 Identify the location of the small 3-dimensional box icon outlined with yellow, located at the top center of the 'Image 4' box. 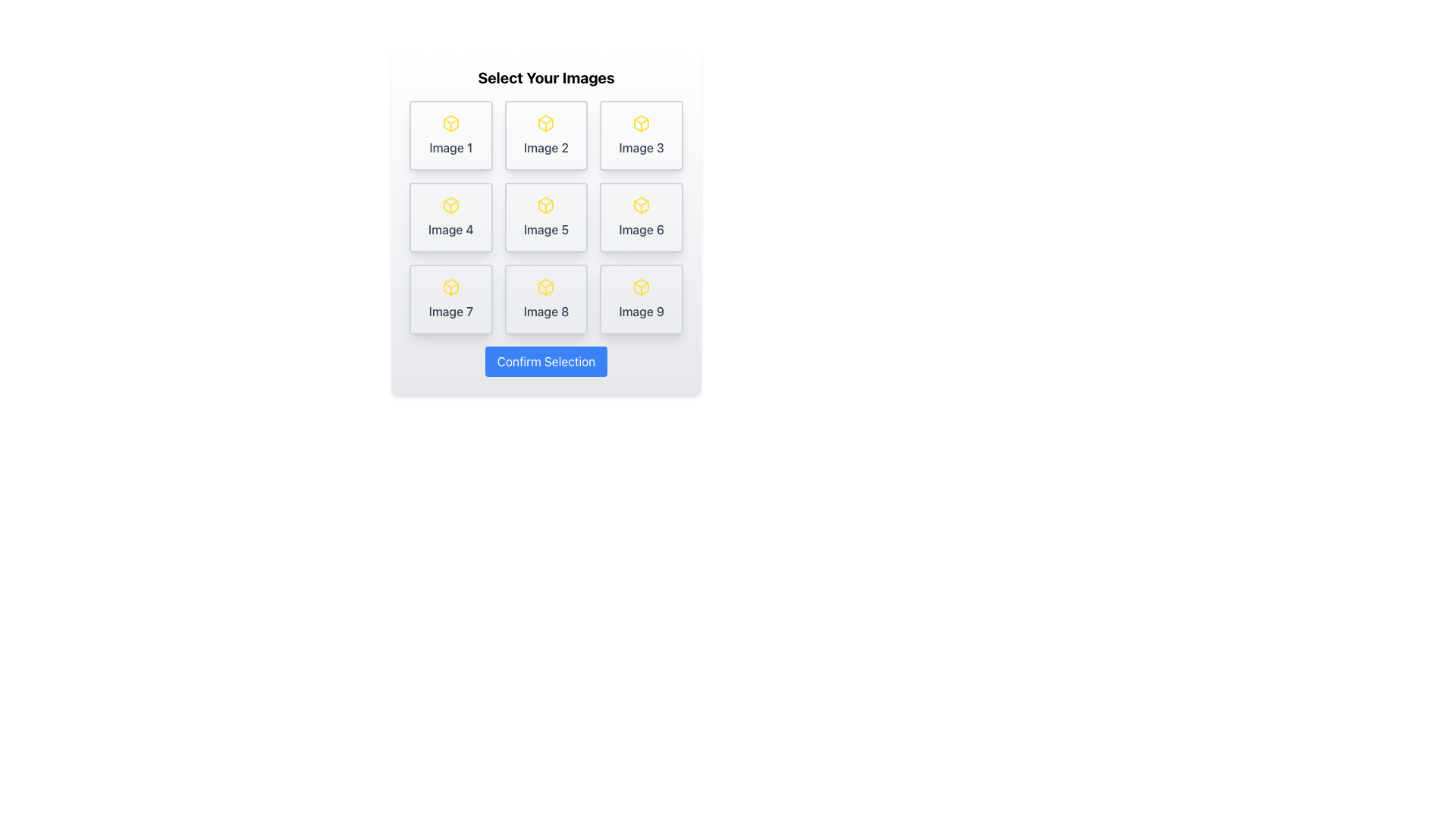
(450, 205).